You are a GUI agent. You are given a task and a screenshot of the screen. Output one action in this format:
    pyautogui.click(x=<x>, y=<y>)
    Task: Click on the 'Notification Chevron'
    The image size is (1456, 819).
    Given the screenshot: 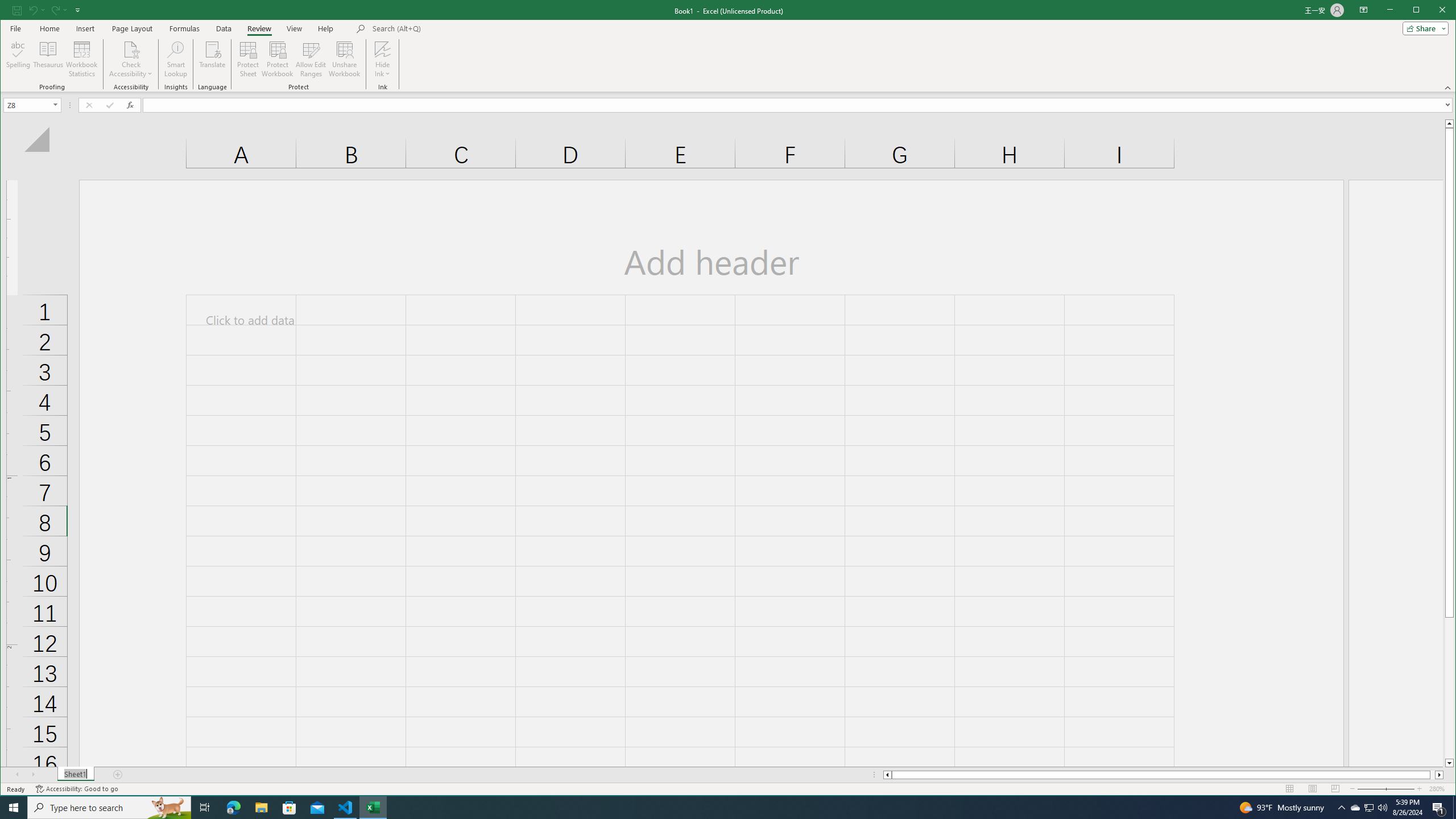 What is the action you would take?
    pyautogui.click(x=1342, y=806)
    